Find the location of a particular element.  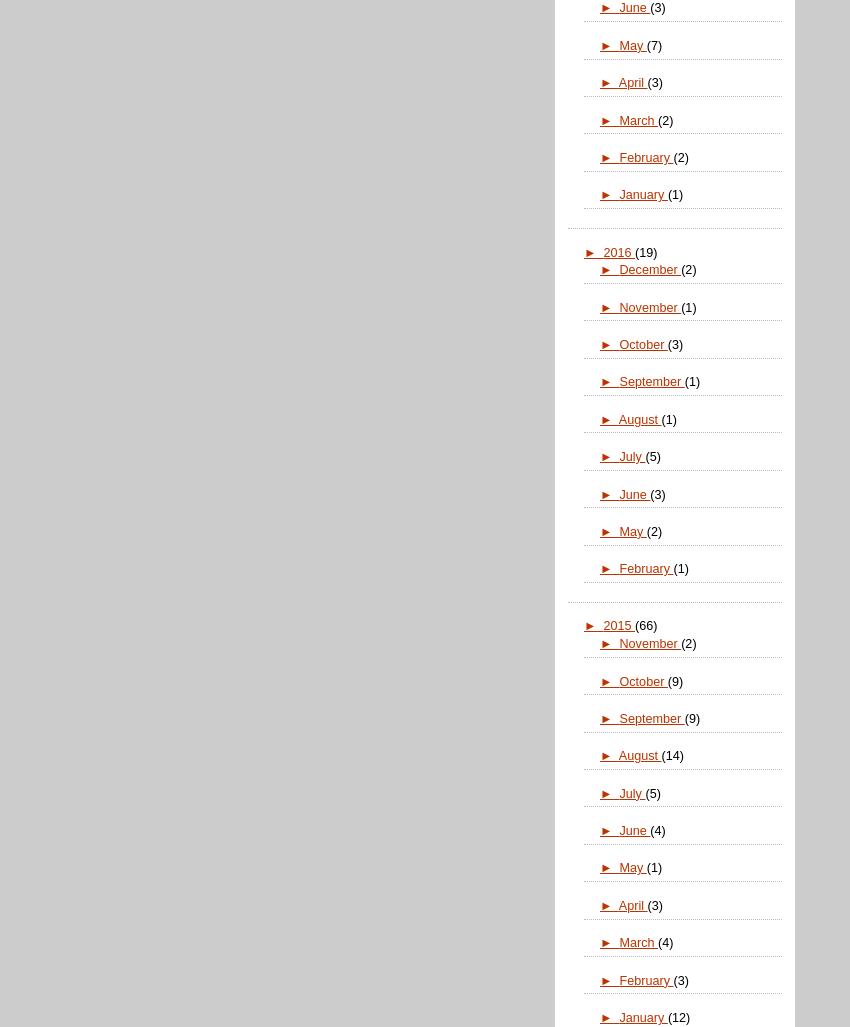

'(19)' is located at coordinates (646, 252).